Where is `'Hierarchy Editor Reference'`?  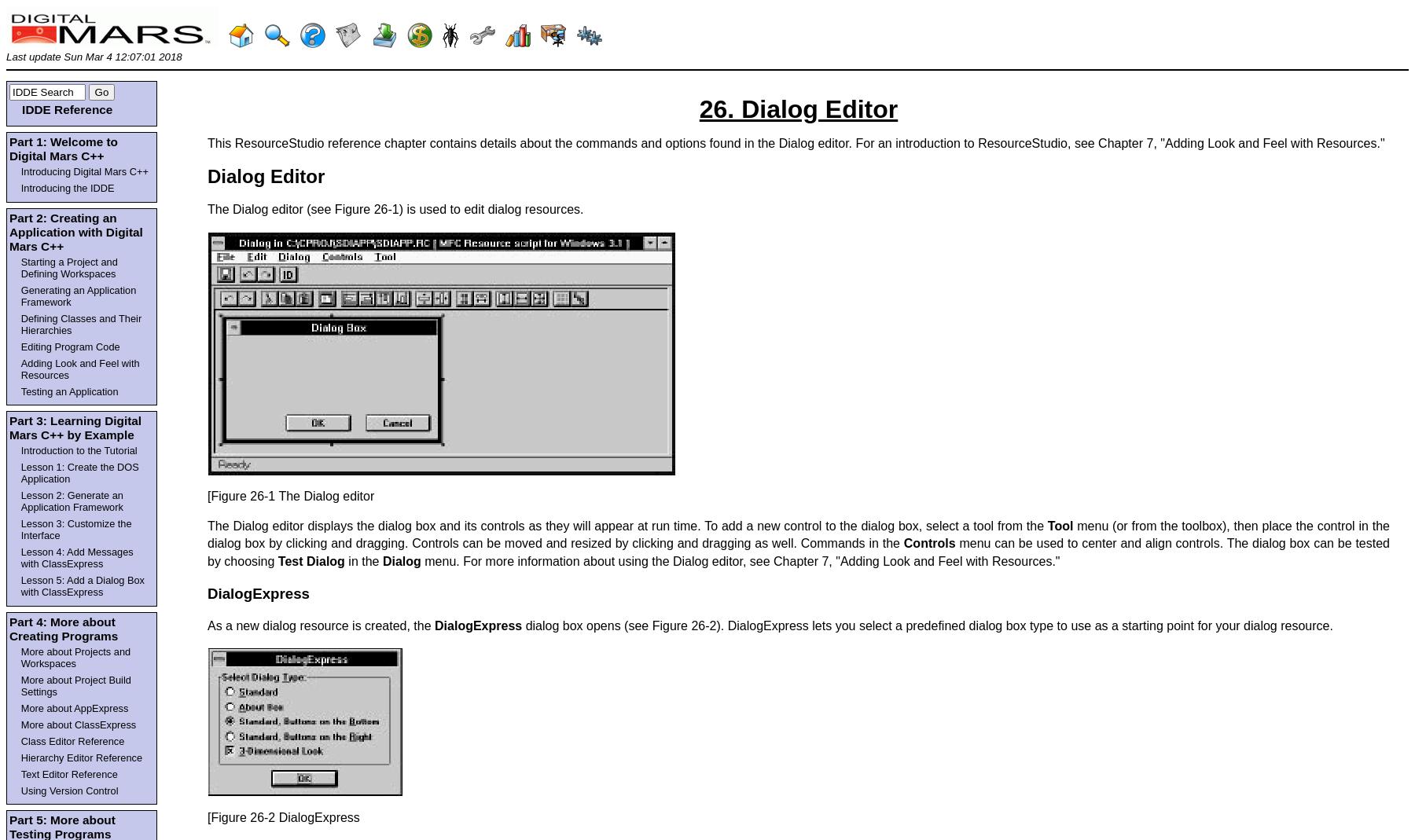
'Hierarchy Editor Reference' is located at coordinates (80, 757).